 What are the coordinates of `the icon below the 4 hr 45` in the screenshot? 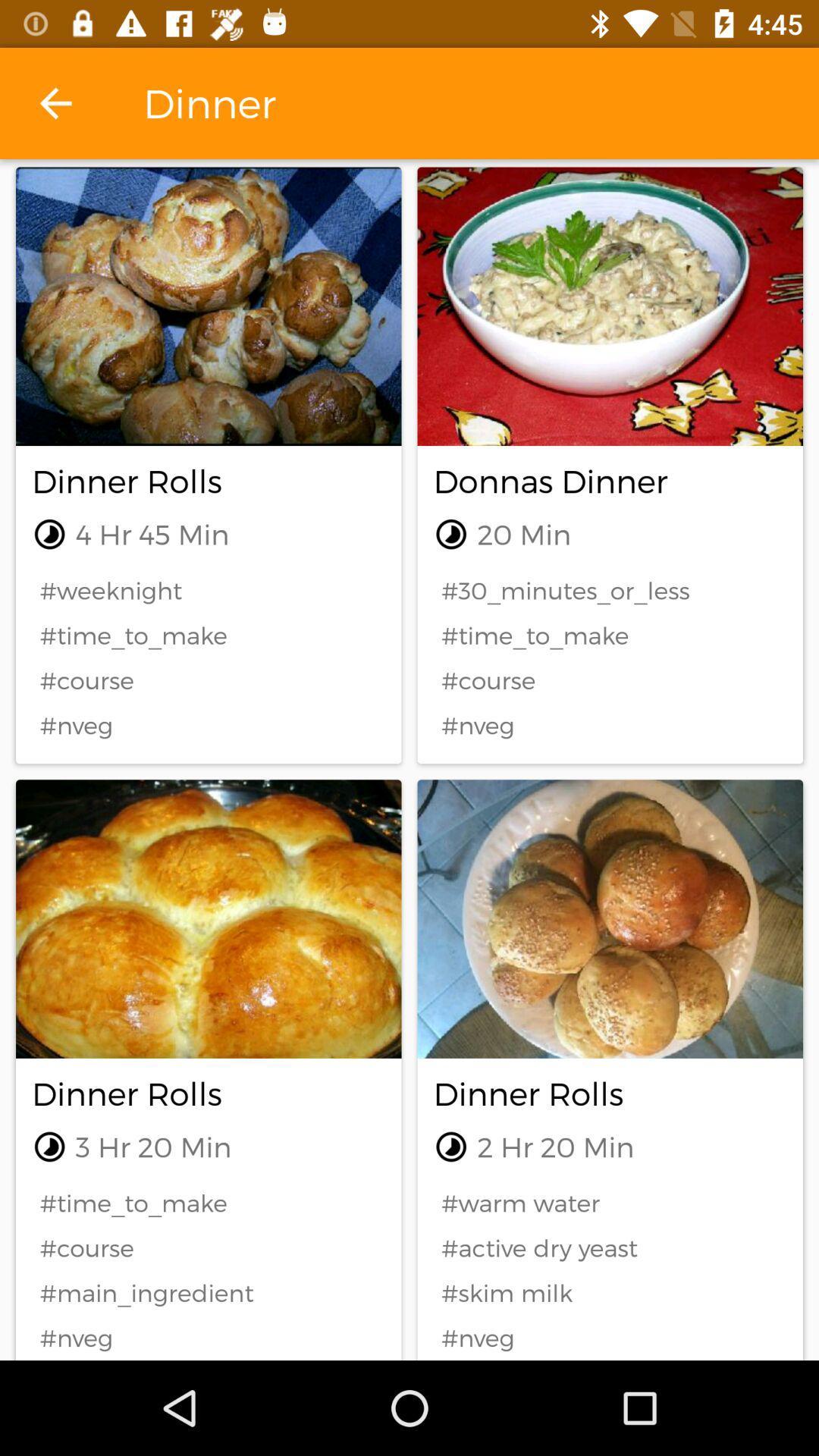 It's located at (209, 589).